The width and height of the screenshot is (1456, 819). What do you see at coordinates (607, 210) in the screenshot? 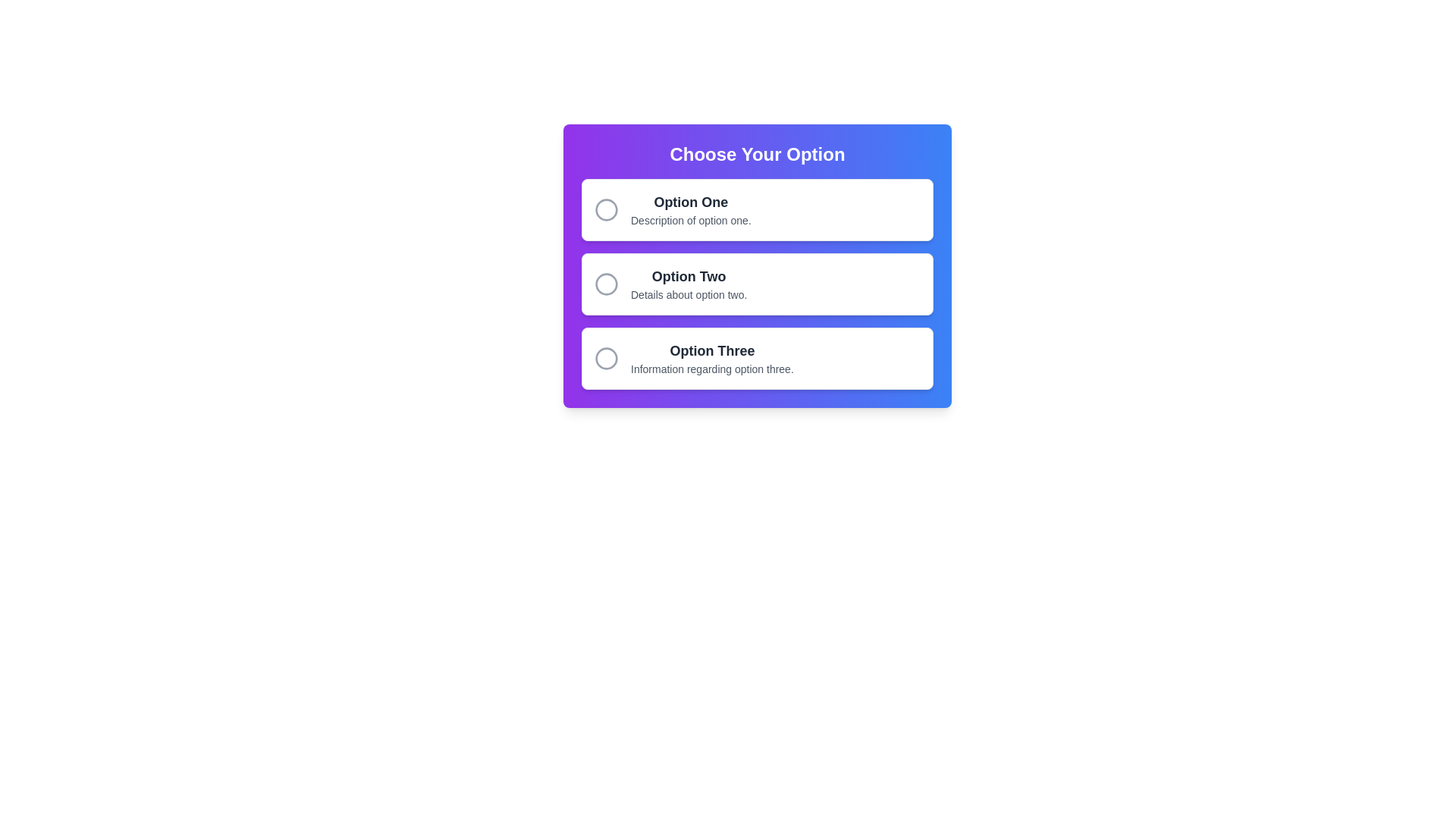
I see `the circular graphical representation that is the innermost part of the selection indicator next to 'Option One'` at bounding box center [607, 210].